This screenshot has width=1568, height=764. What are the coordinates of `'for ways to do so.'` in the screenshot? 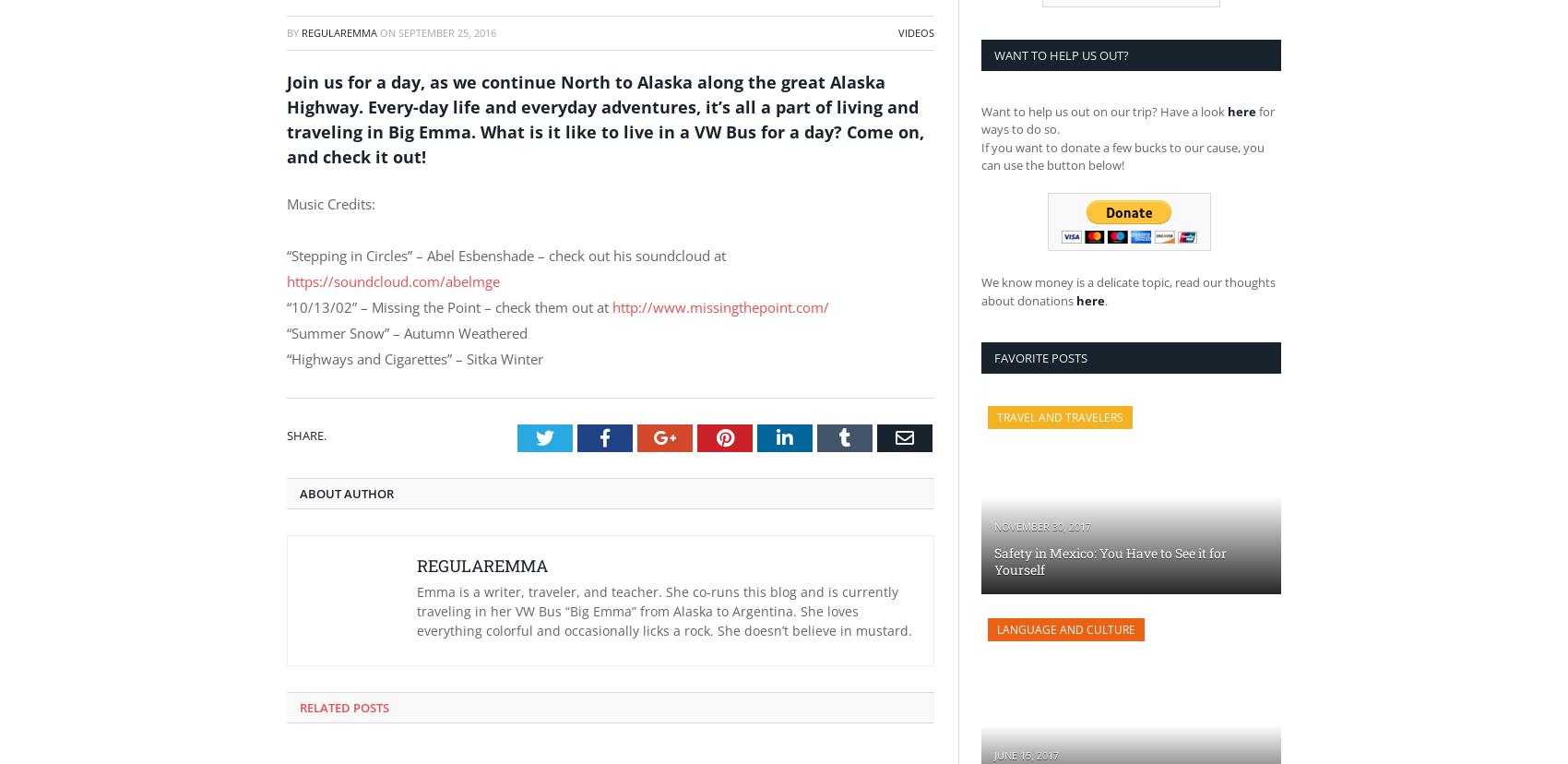 It's located at (1126, 118).